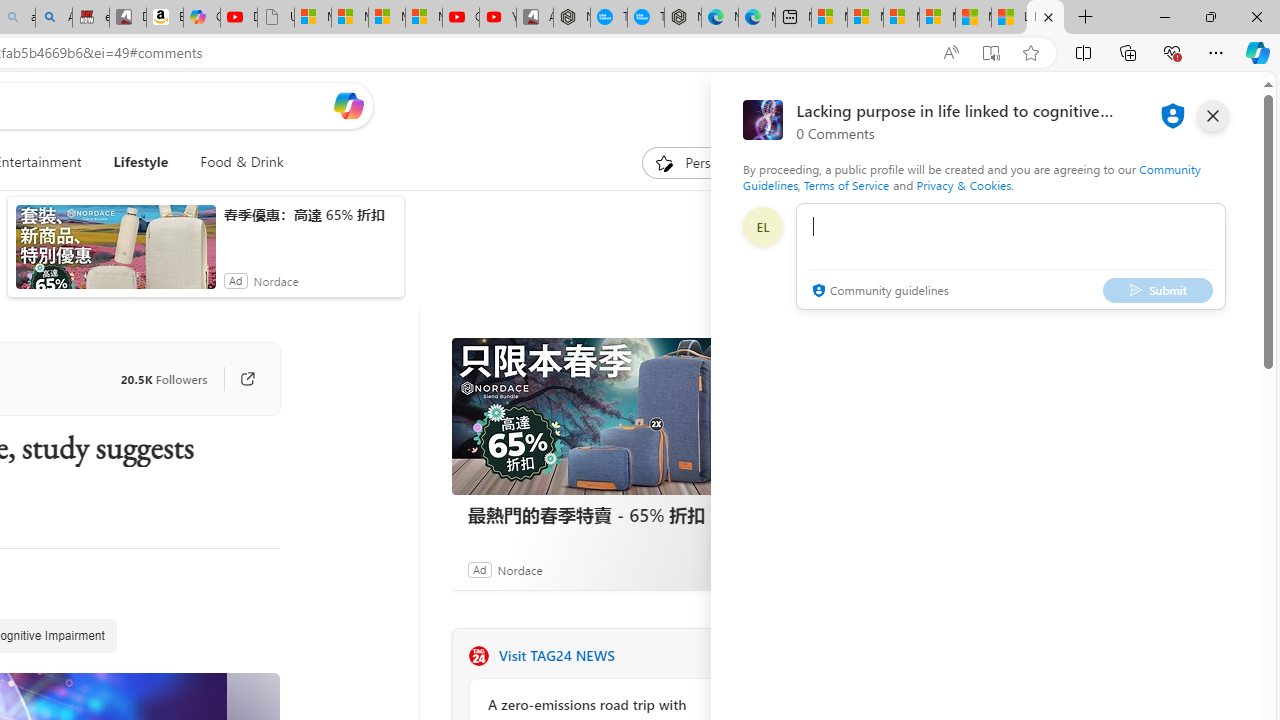 The height and width of the screenshot is (720, 1280). Describe the element at coordinates (477, 655) in the screenshot. I see `'TAG24 NEWS'` at that location.